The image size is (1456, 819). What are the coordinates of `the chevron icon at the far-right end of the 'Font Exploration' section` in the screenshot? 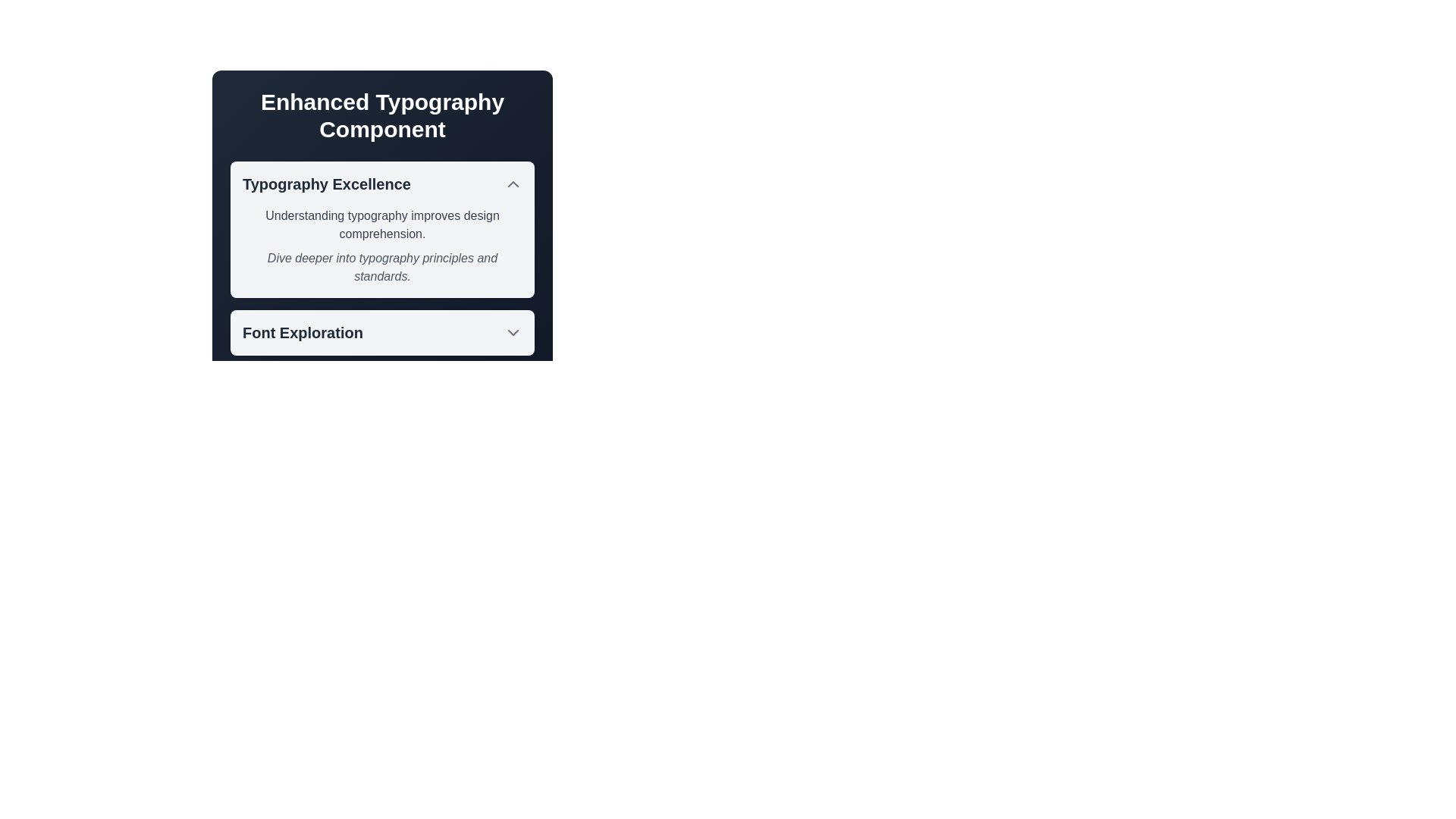 It's located at (513, 332).